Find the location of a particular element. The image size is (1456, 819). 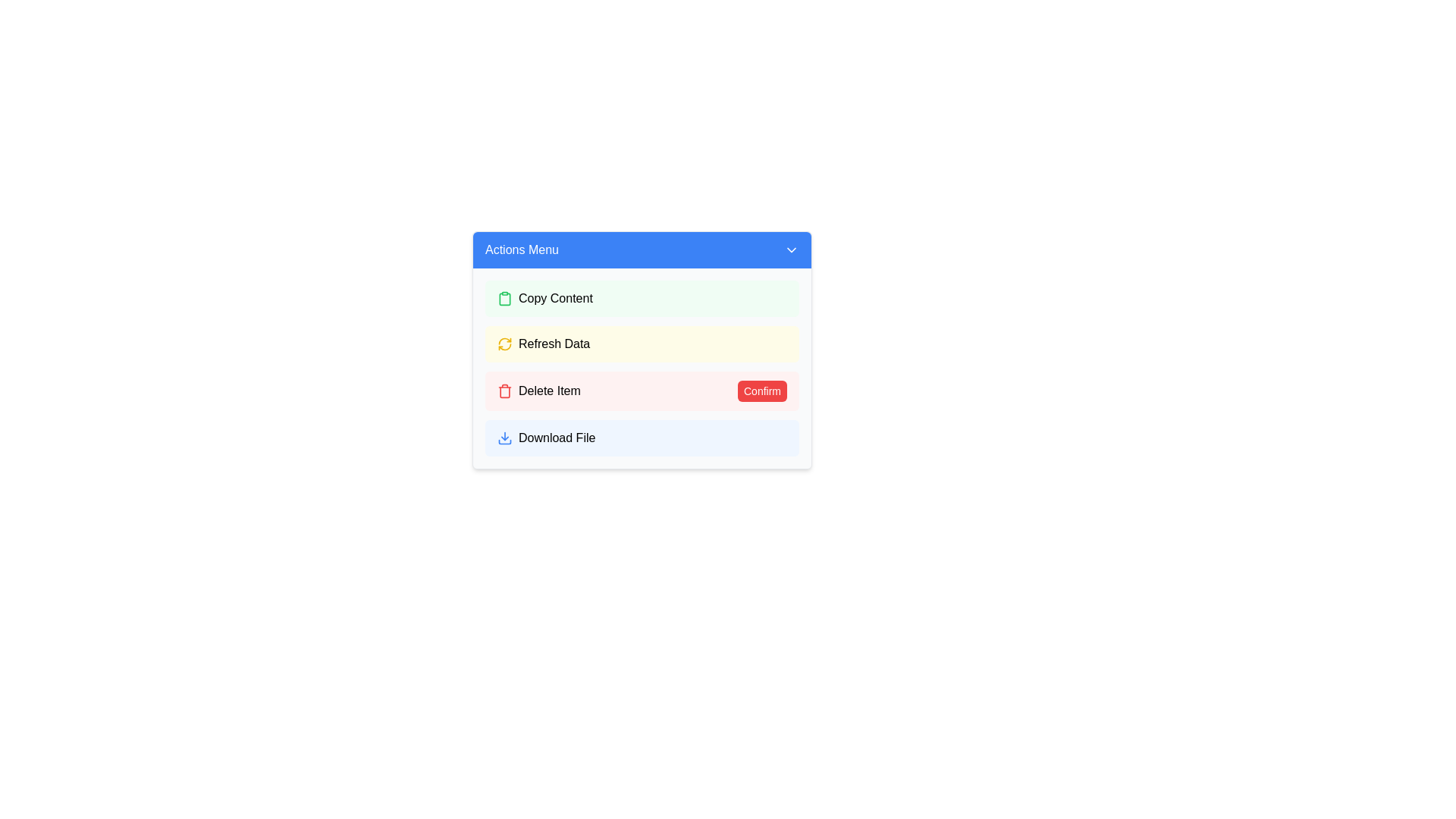

the Chevron Down icon located on the far-right side of the blue header bar labeled 'Actions Menu' is located at coordinates (790, 249).